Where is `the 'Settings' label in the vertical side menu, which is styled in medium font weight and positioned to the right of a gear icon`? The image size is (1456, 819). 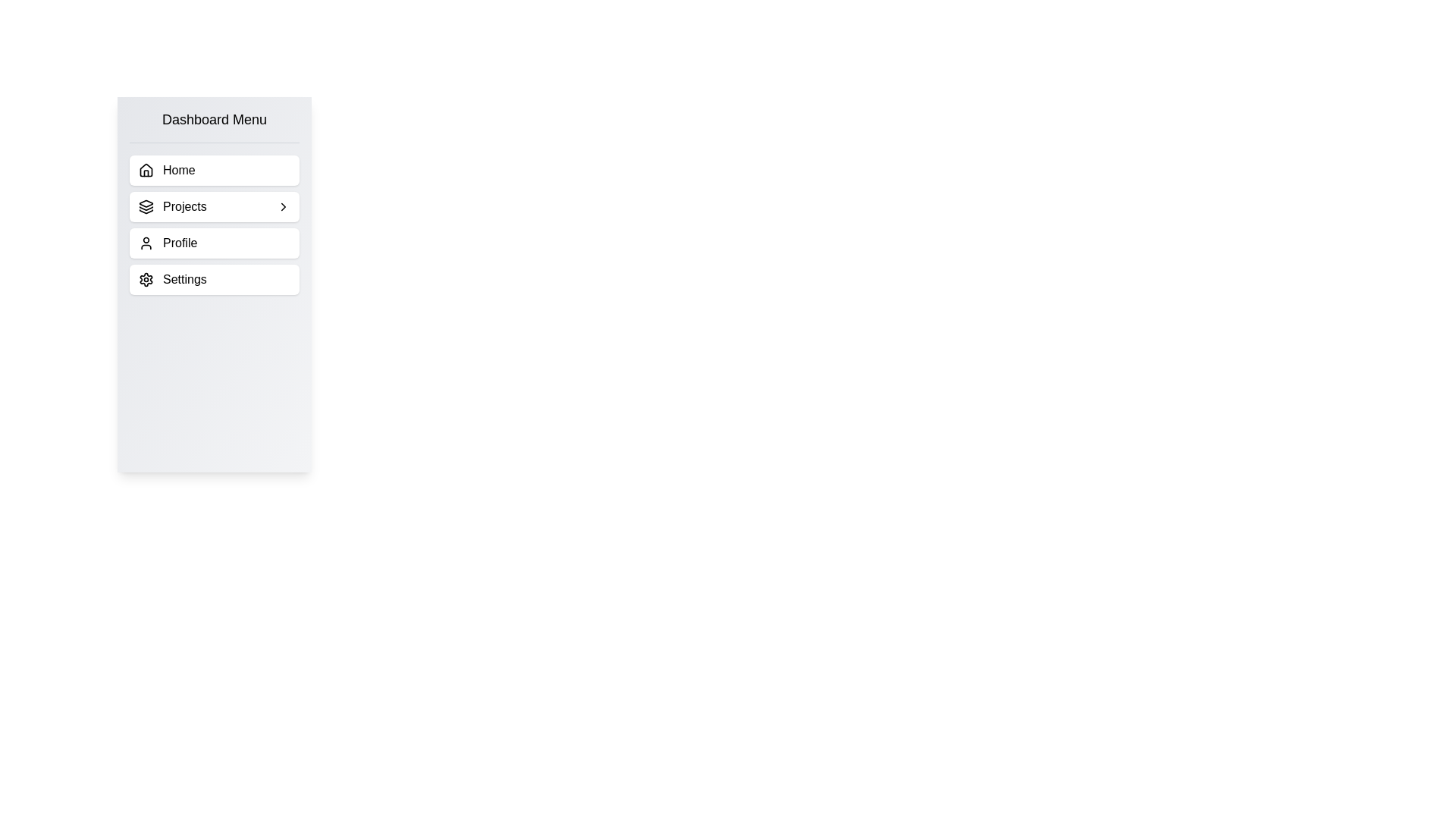
the 'Settings' label in the vertical side menu, which is styled in medium font weight and positioned to the right of a gear icon is located at coordinates (184, 280).